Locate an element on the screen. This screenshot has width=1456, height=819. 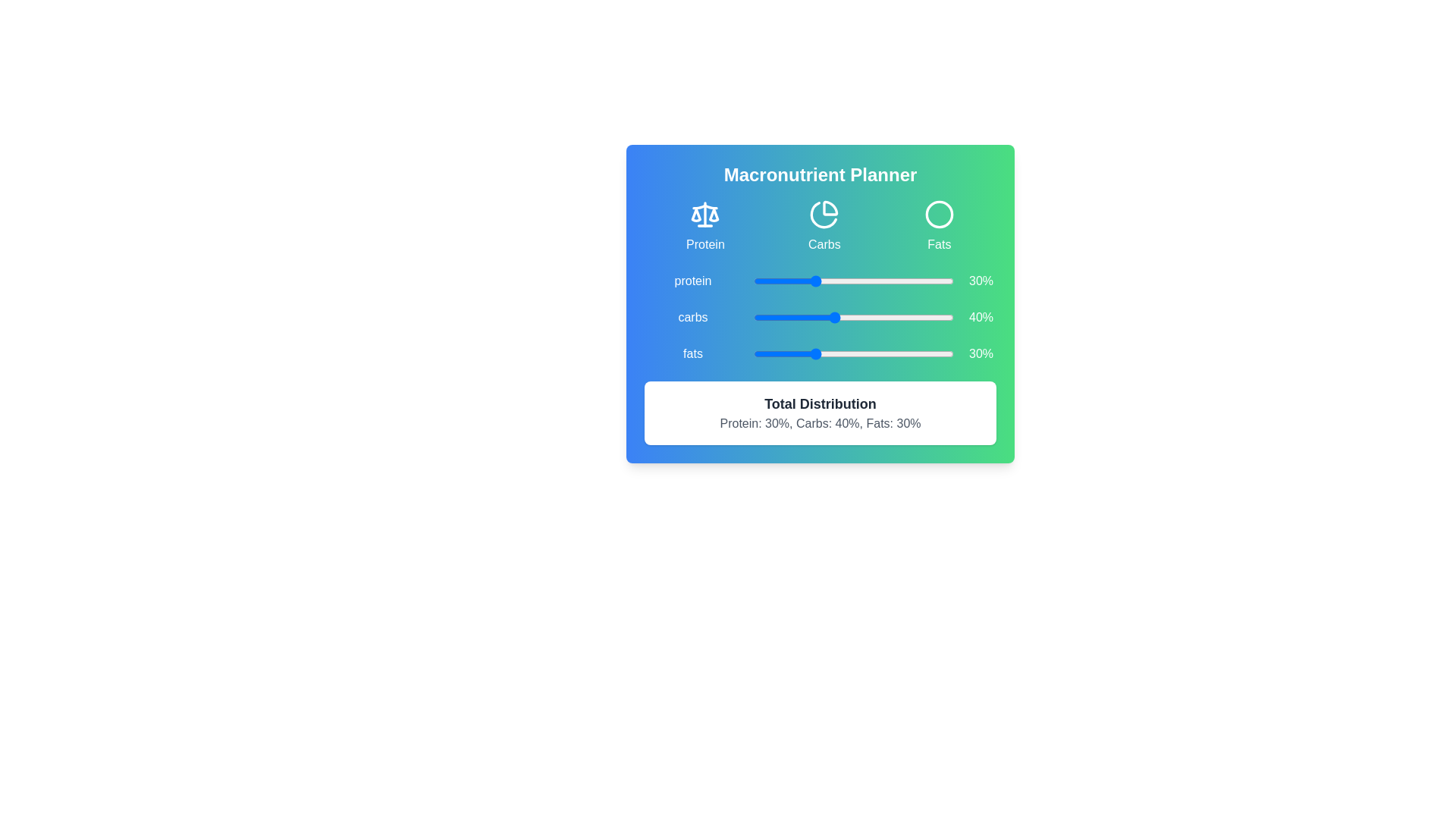
the blue-colored icon resembling a balanced scale located in the top-left region of the 'Macronutrient Planner' box, above the 'Protein' text is located at coordinates (704, 214).